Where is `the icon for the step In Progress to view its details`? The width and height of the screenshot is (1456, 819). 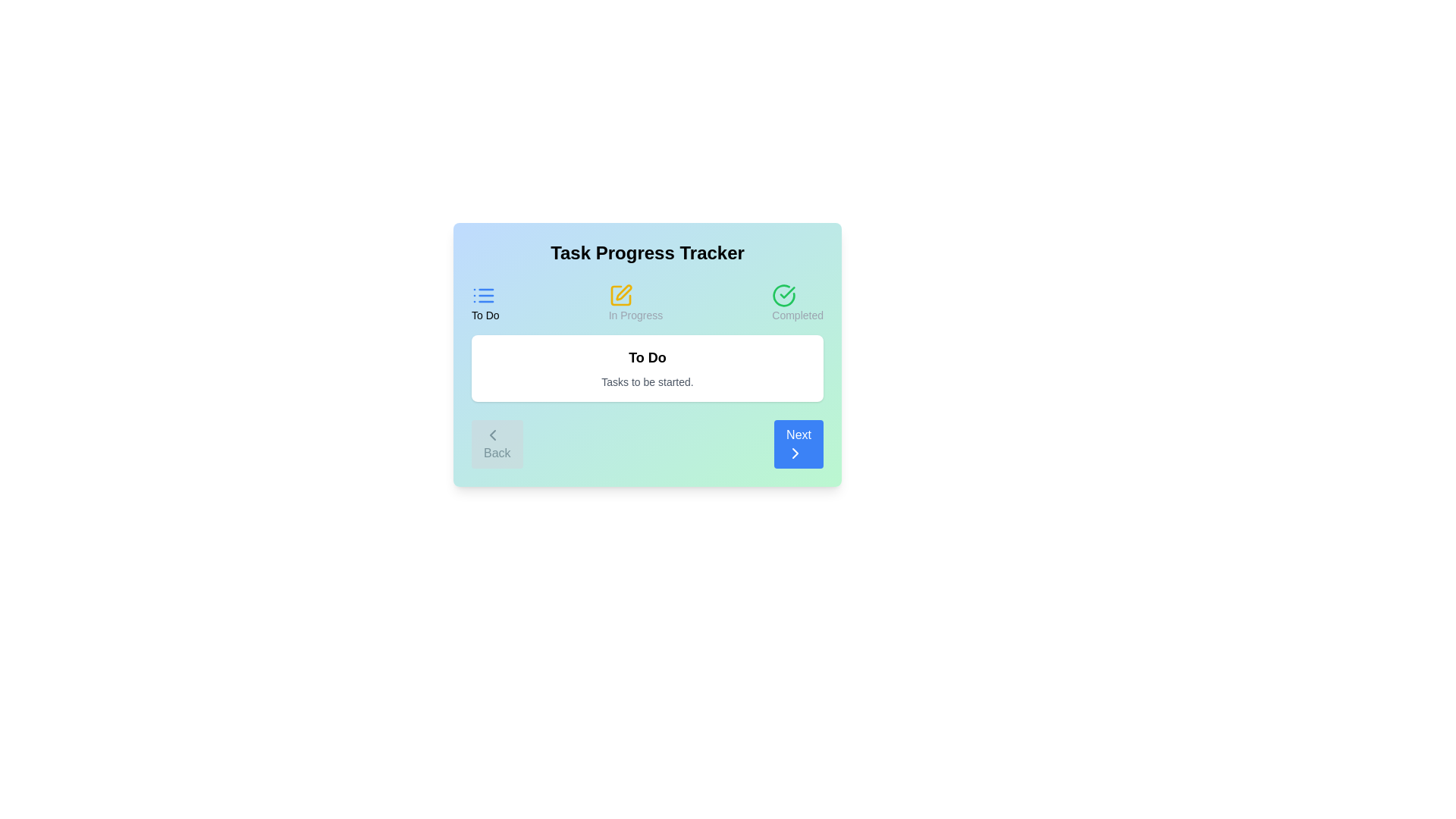 the icon for the step In Progress to view its details is located at coordinates (620, 295).